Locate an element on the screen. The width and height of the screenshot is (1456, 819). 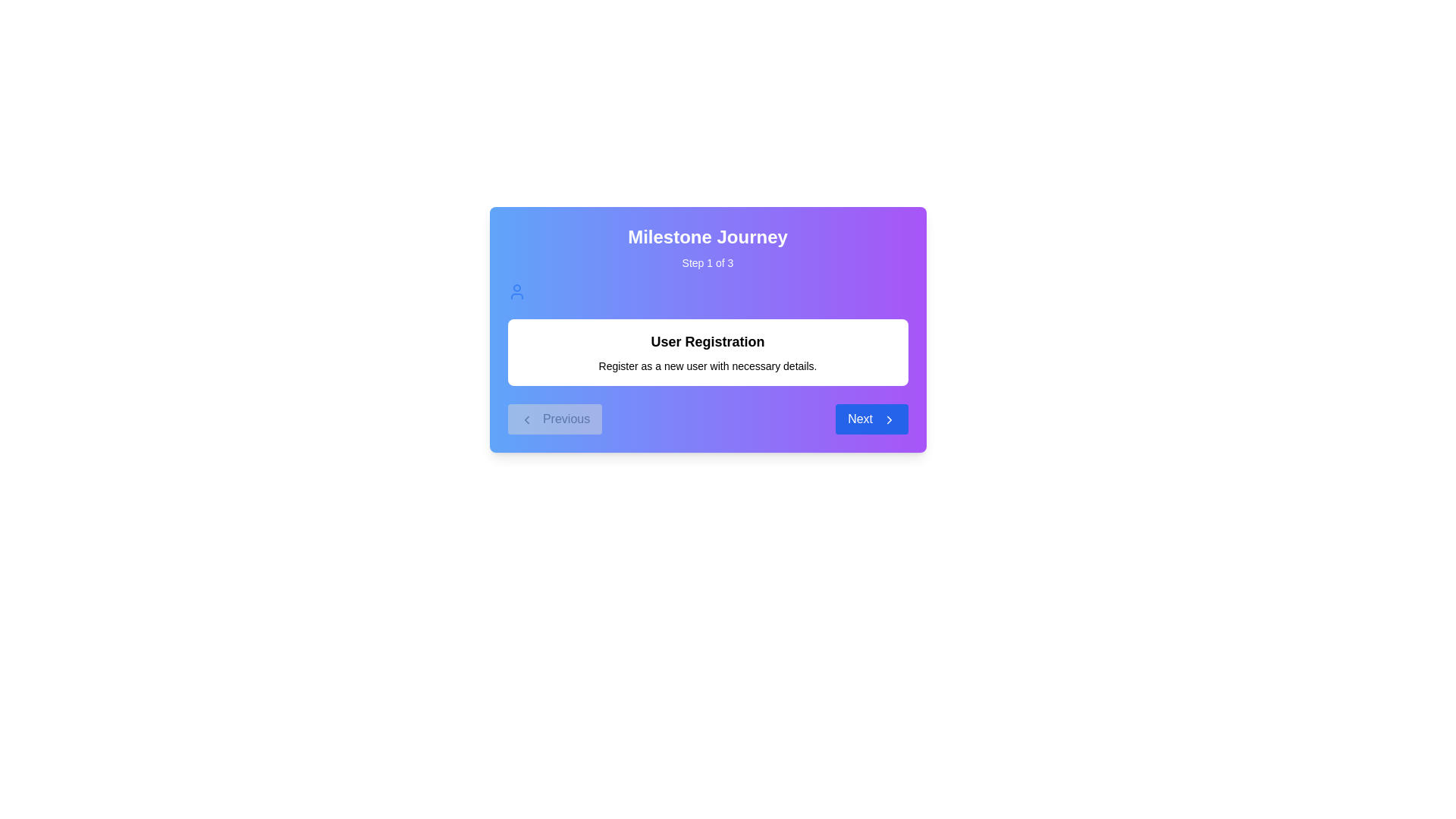
the right-pointing chevron icon next to the 'Next' button within the blue button in the bottom-right corner of the panel is located at coordinates (889, 419).